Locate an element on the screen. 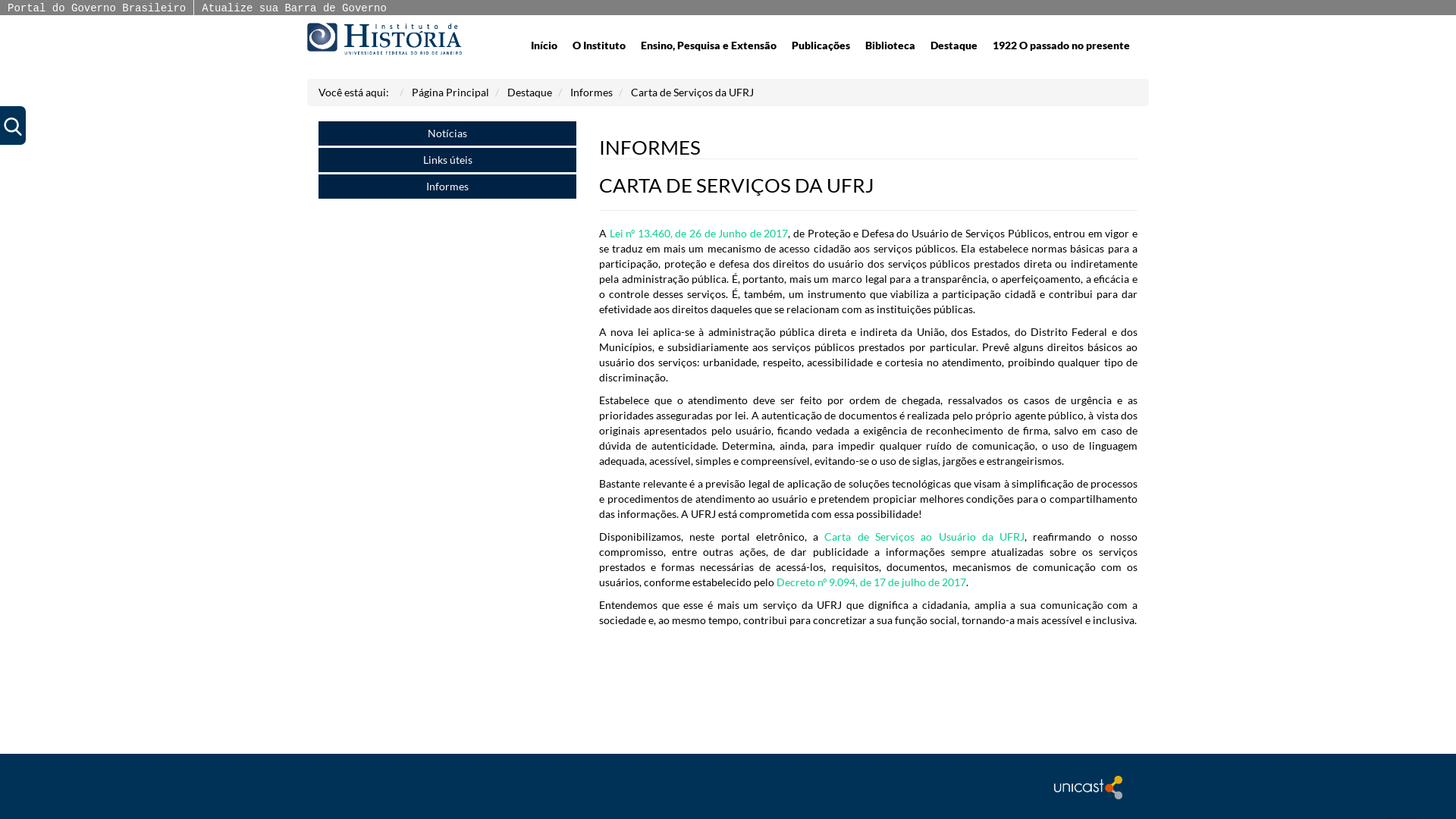 Image resolution: width=1456 pixels, height=819 pixels. 'Destaque' is located at coordinates (529, 92).